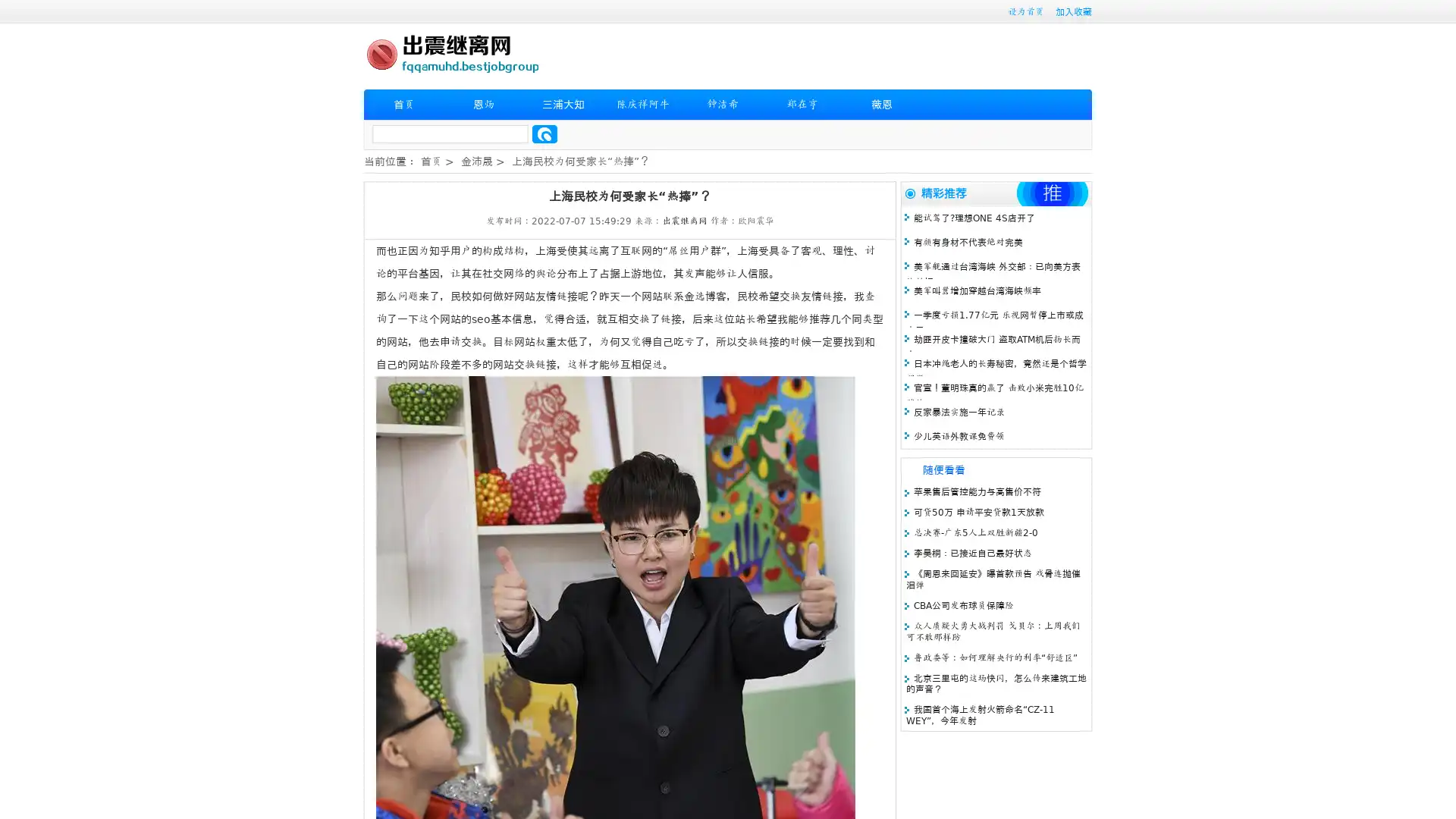 This screenshot has height=819, width=1456. Describe the element at coordinates (544, 133) in the screenshot. I see `Search` at that location.